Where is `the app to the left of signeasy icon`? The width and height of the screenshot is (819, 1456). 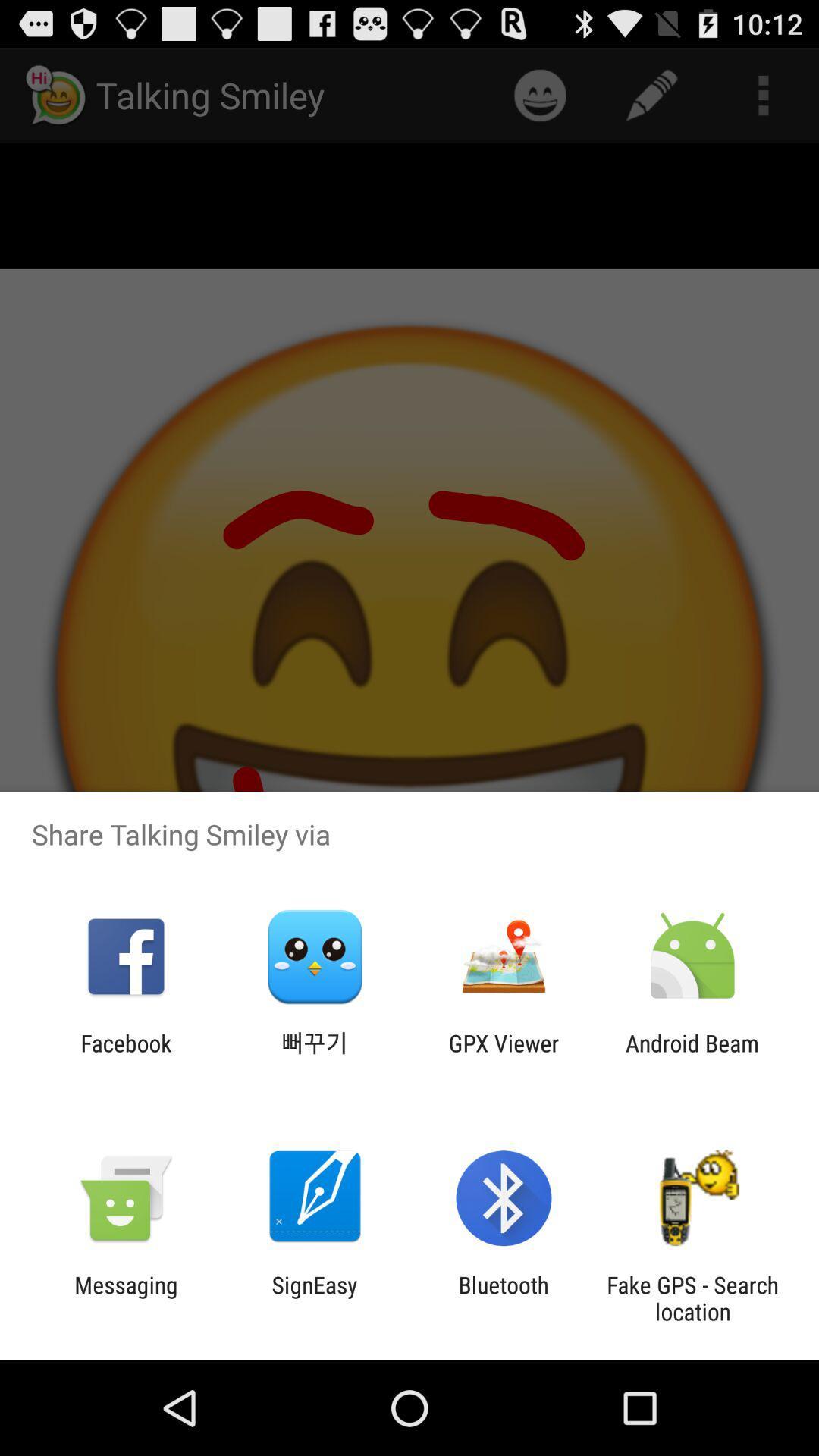
the app to the left of signeasy icon is located at coordinates (125, 1298).